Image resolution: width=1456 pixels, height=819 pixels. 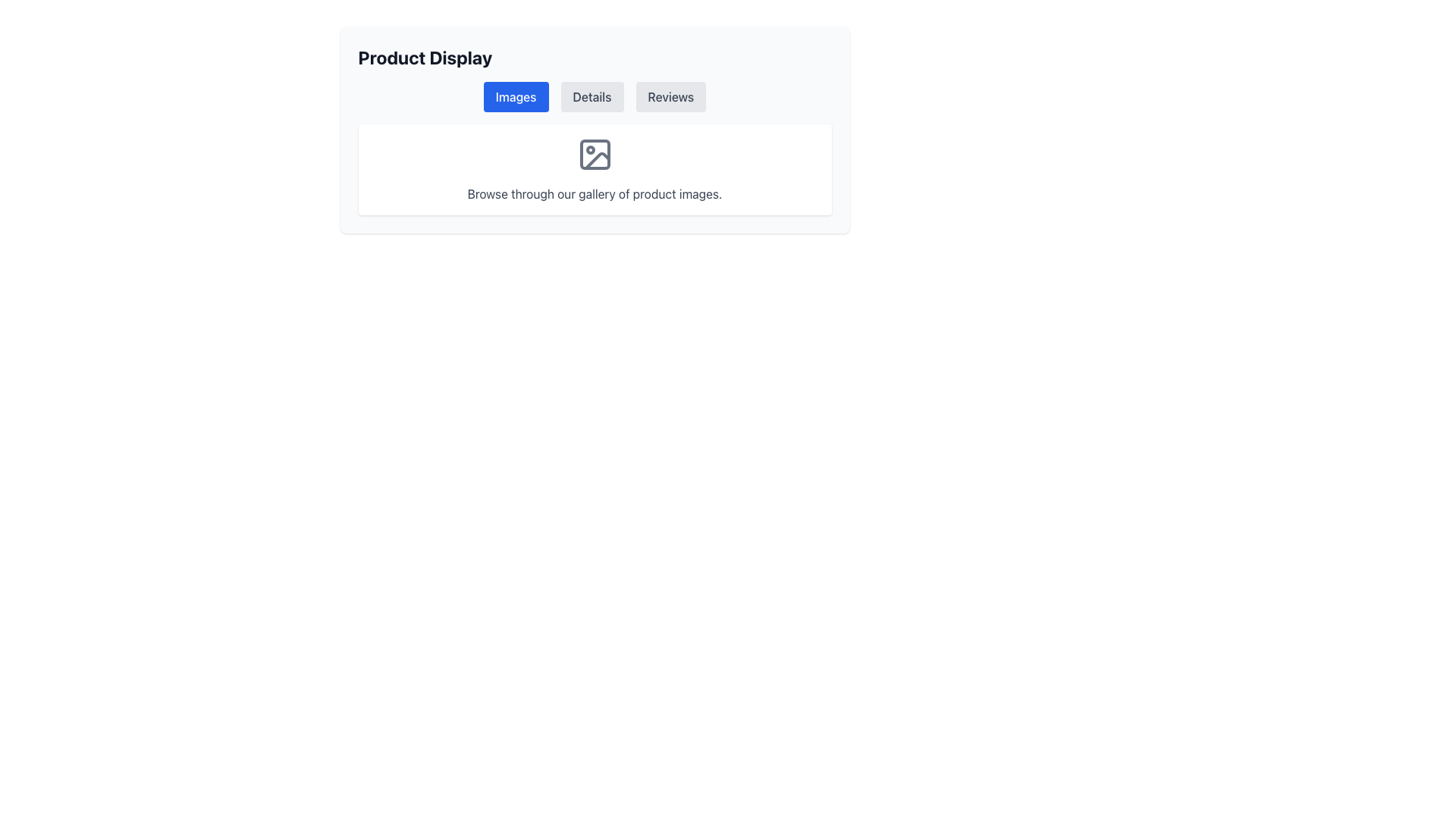 What do you see at coordinates (516, 96) in the screenshot?
I see `the first button from the left in the navigation section` at bounding box center [516, 96].